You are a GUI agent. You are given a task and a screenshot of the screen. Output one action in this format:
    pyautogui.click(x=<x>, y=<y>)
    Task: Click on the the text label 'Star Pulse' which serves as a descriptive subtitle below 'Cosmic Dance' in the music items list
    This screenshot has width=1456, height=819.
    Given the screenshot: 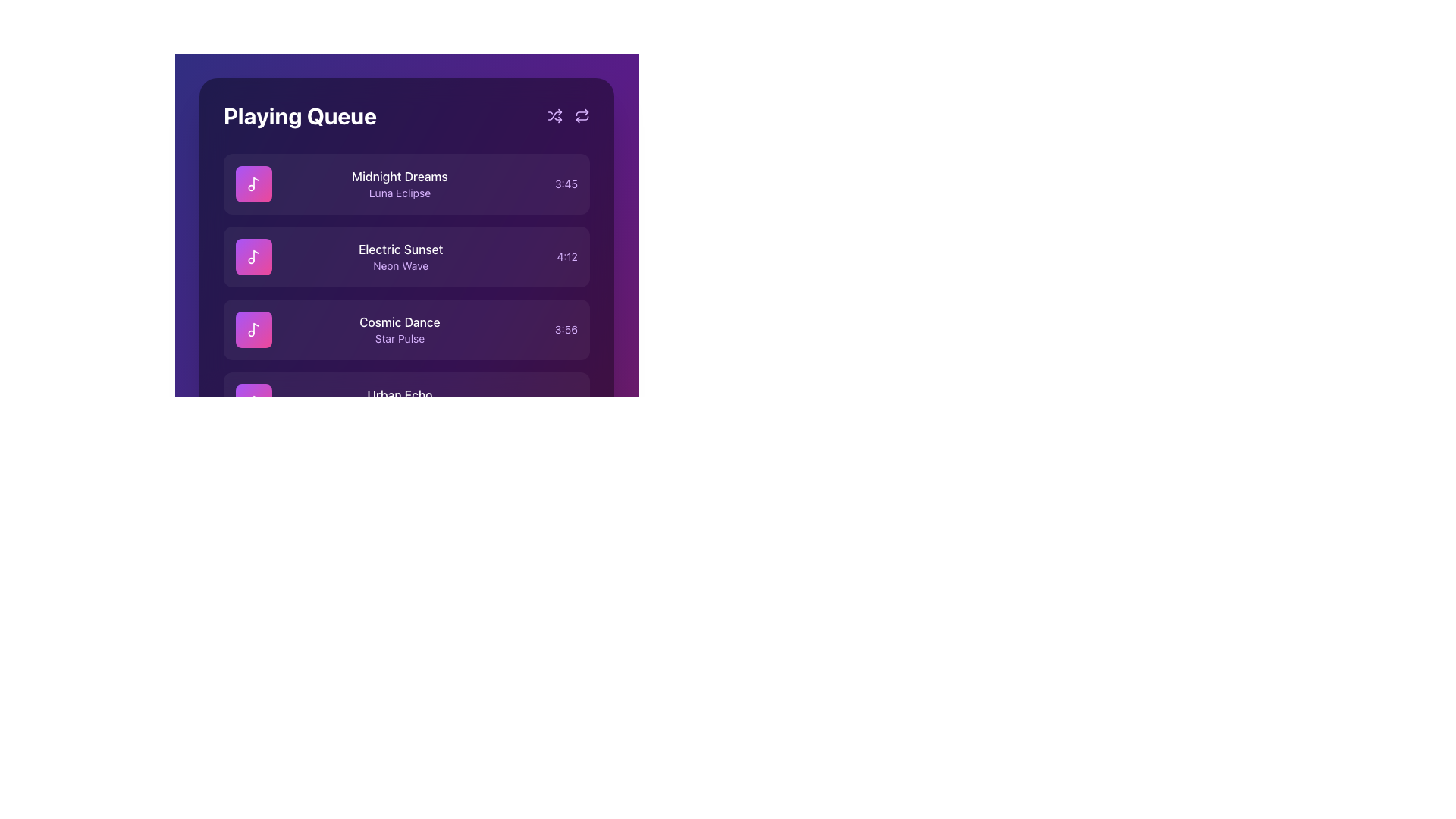 What is the action you would take?
    pyautogui.click(x=400, y=338)
    